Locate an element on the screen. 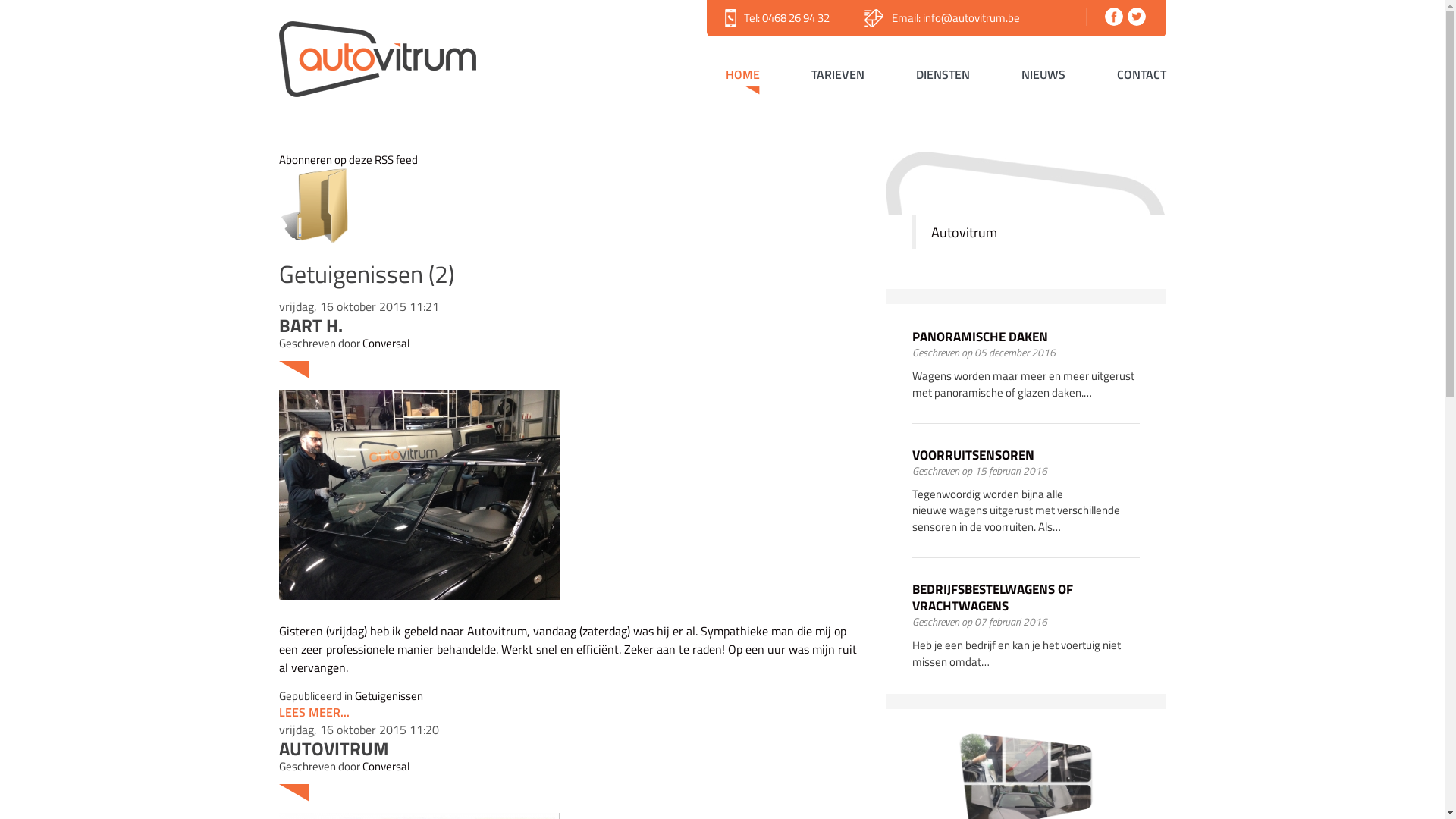 This screenshot has height=819, width=1456. 'CONTACT' is located at coordinates (1096, 77).